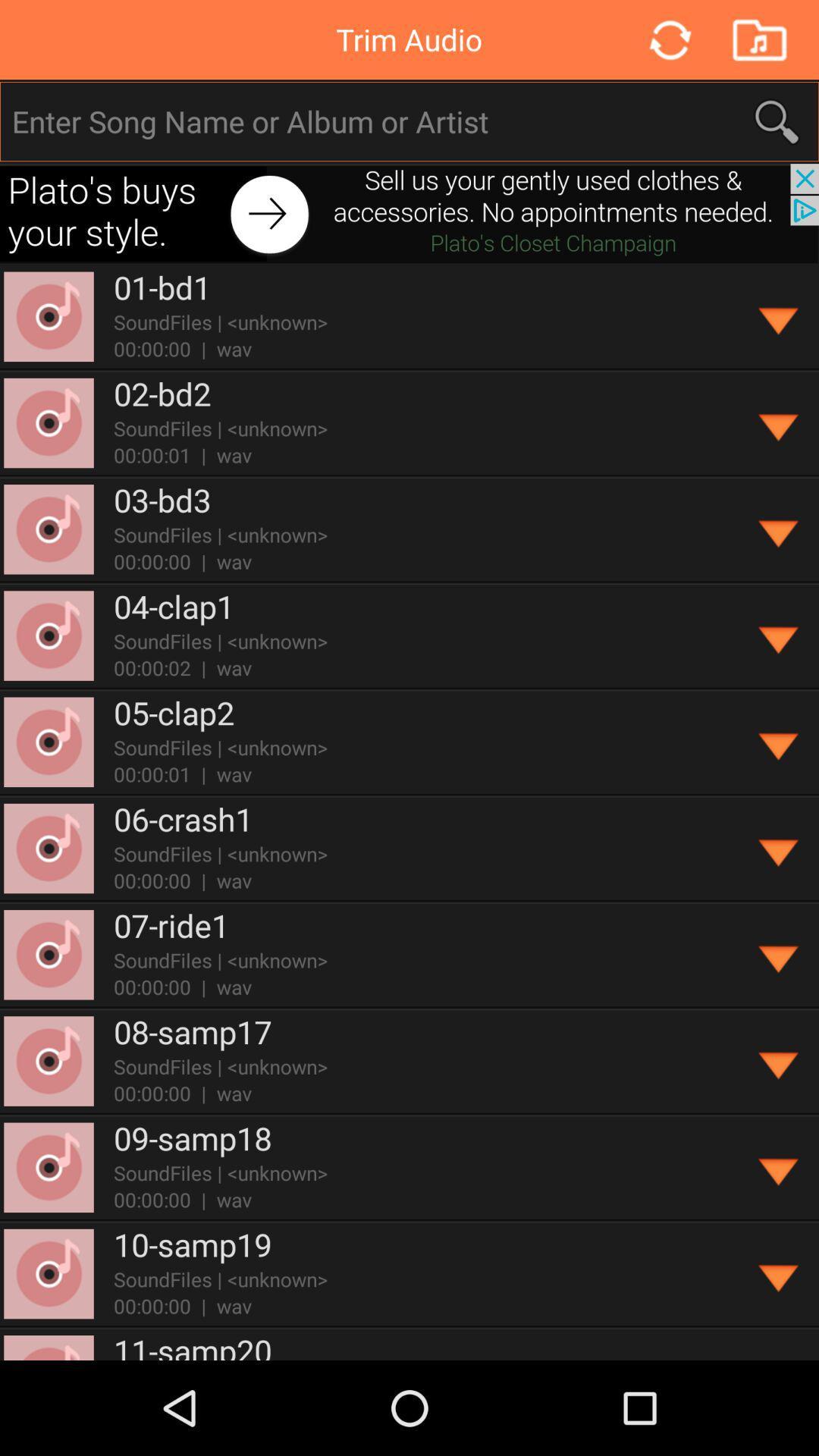 The image size is (819, 1456). What do you see at coordinates (759, 39) in the screenshot?
I see `audio` at bounding box center [759, 39].